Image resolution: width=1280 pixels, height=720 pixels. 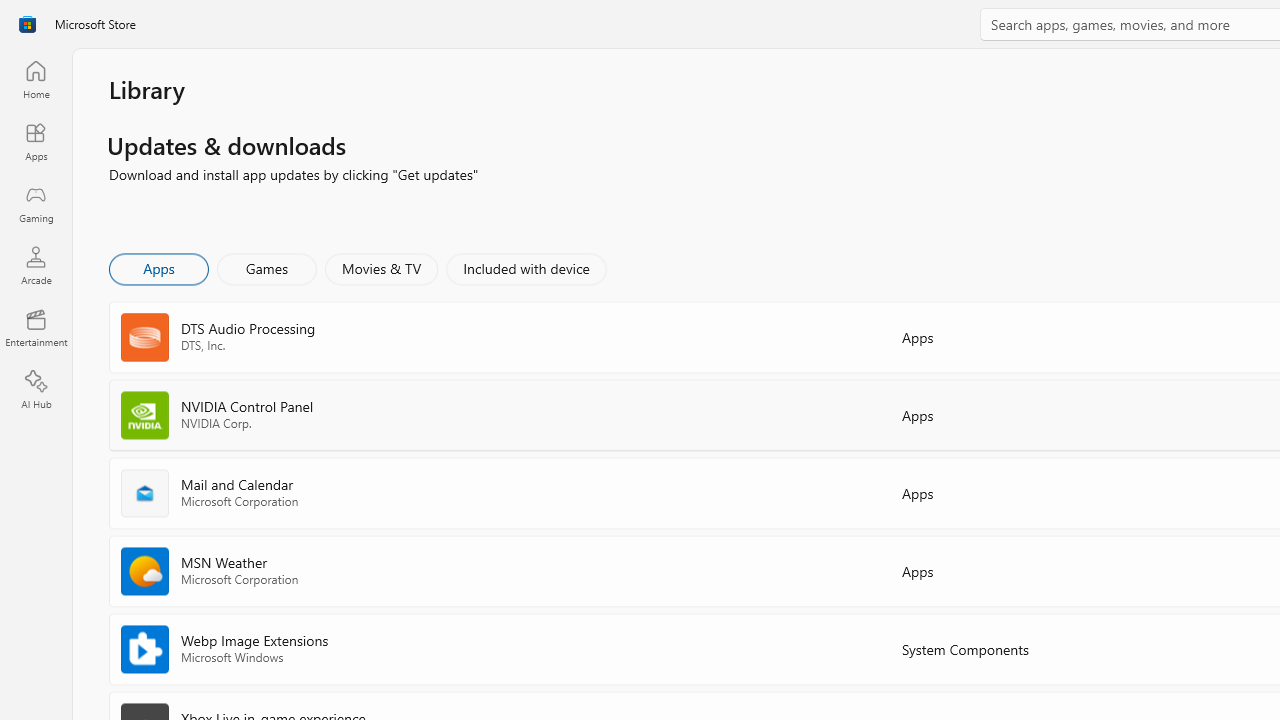 I want to click on 'AI Hub', so click(x=35, y=390).